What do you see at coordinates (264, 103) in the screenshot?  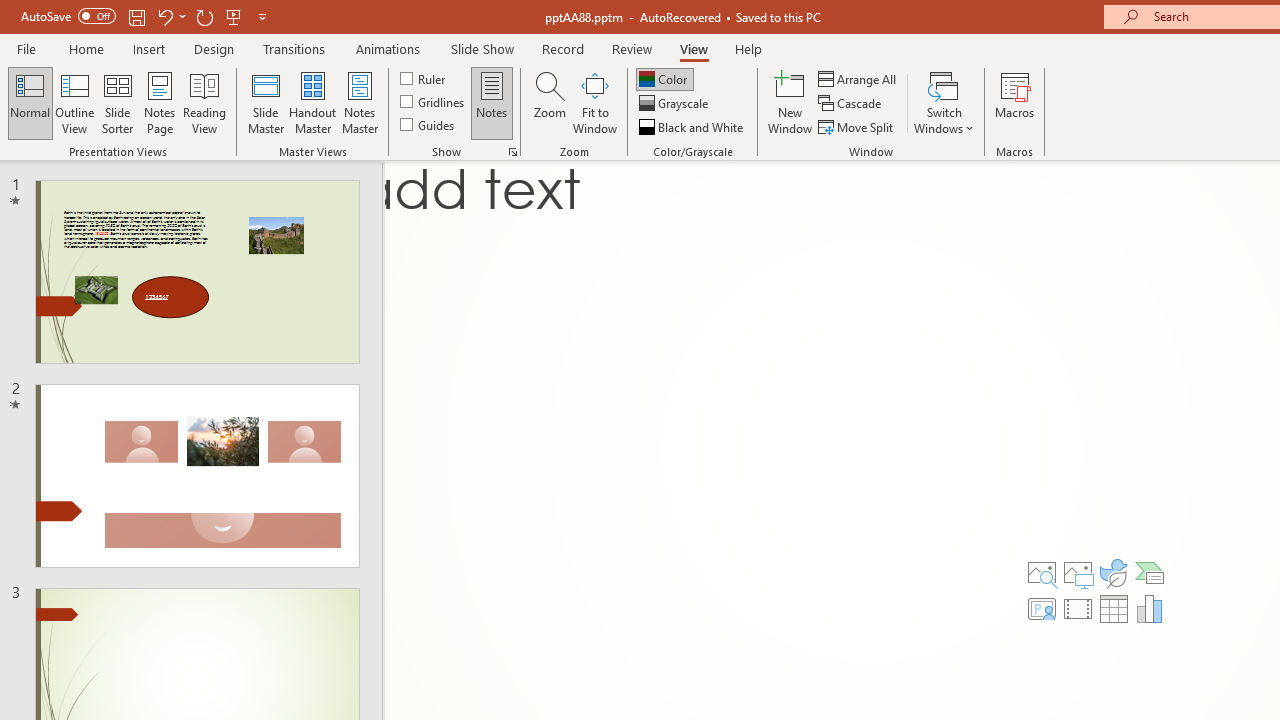 I see `'Slide Master'` at bounding box center [264, 103].